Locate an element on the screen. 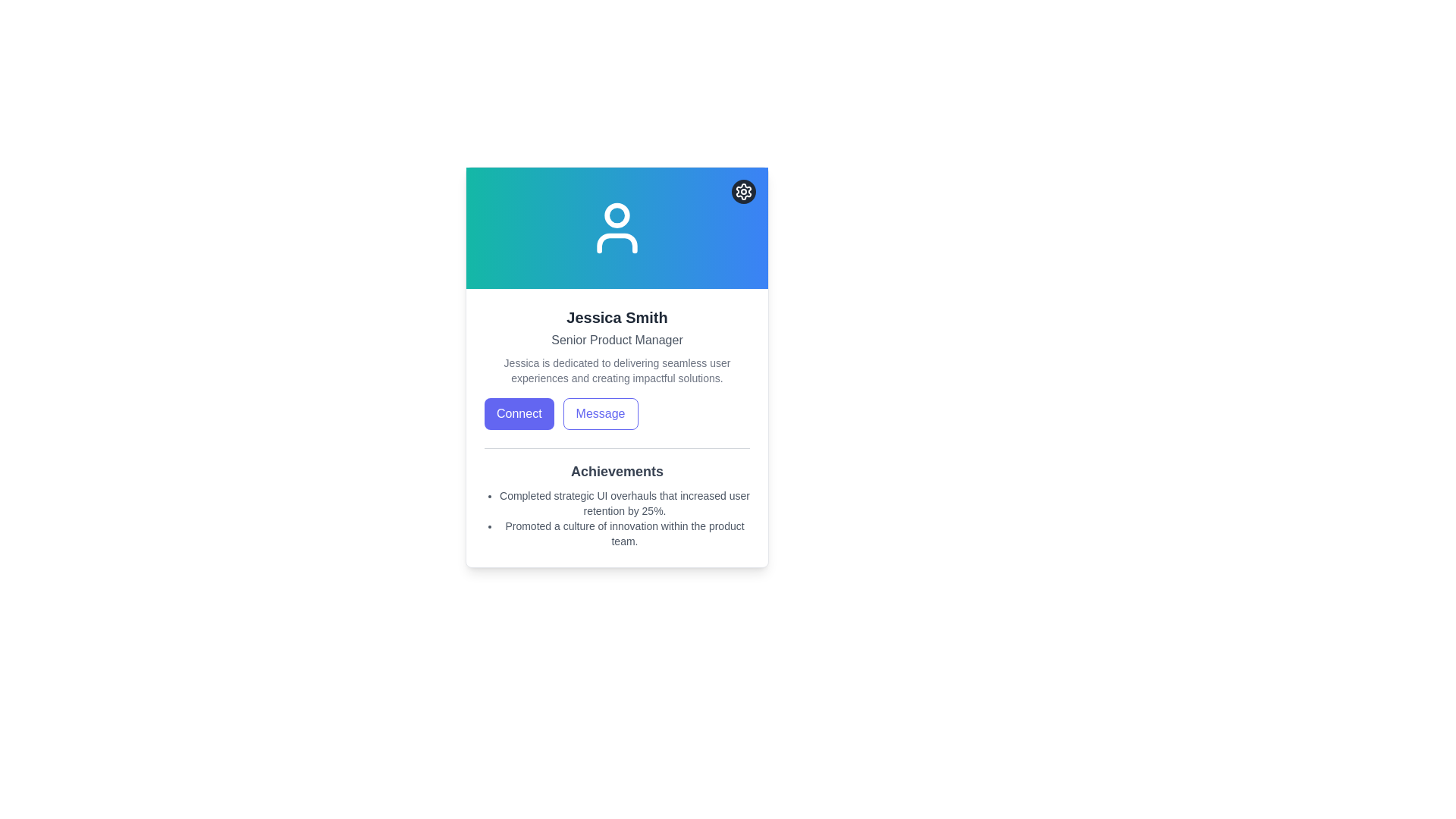 This screenshot has height=819, width=1456. the messaging button located to the right of the 'Connect' button to observe hover effects is located at coordinates (600, 414).